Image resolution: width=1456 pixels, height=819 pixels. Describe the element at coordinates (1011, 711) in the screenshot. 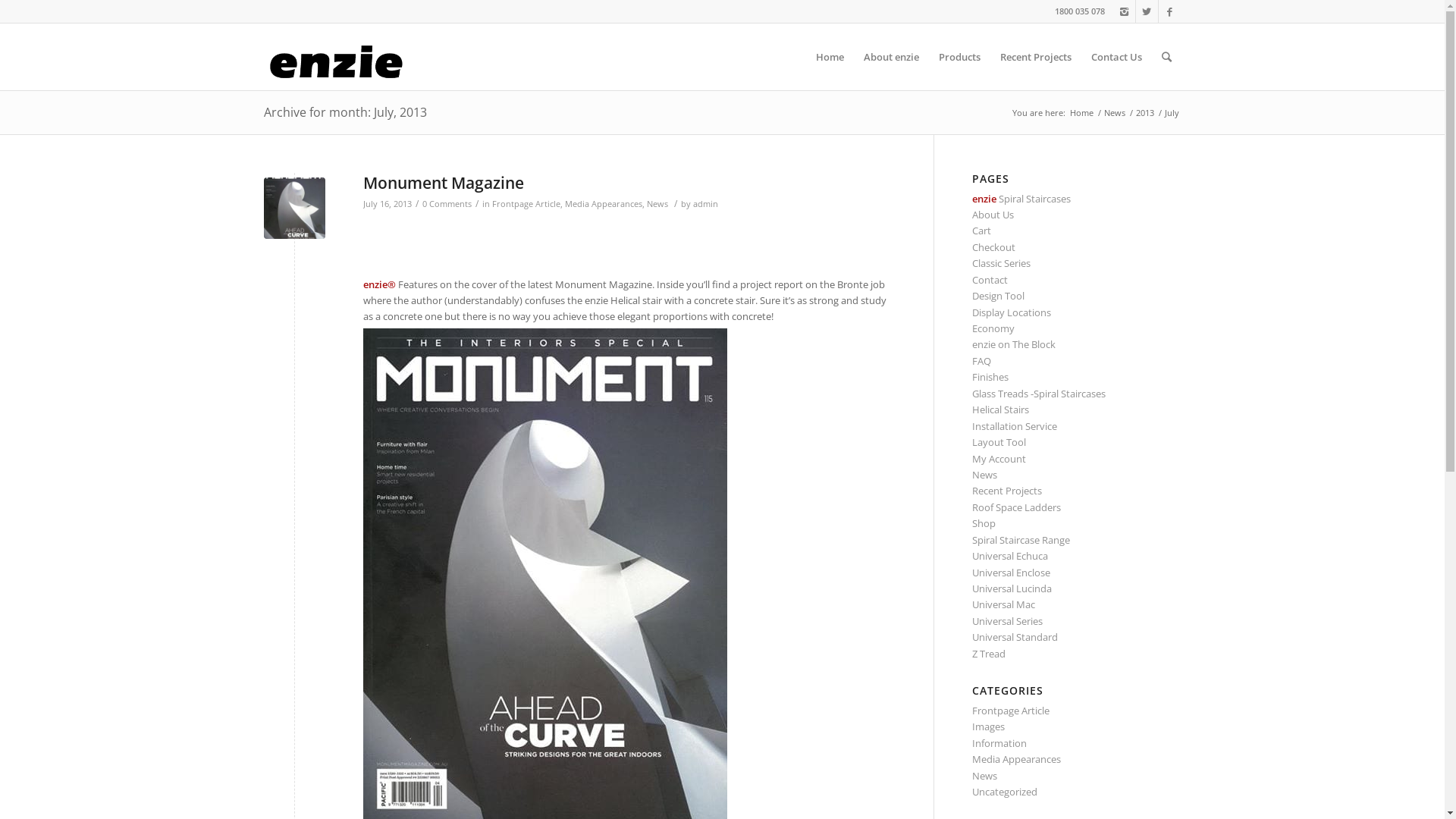

I see `'Frontpage Article'` at that location.